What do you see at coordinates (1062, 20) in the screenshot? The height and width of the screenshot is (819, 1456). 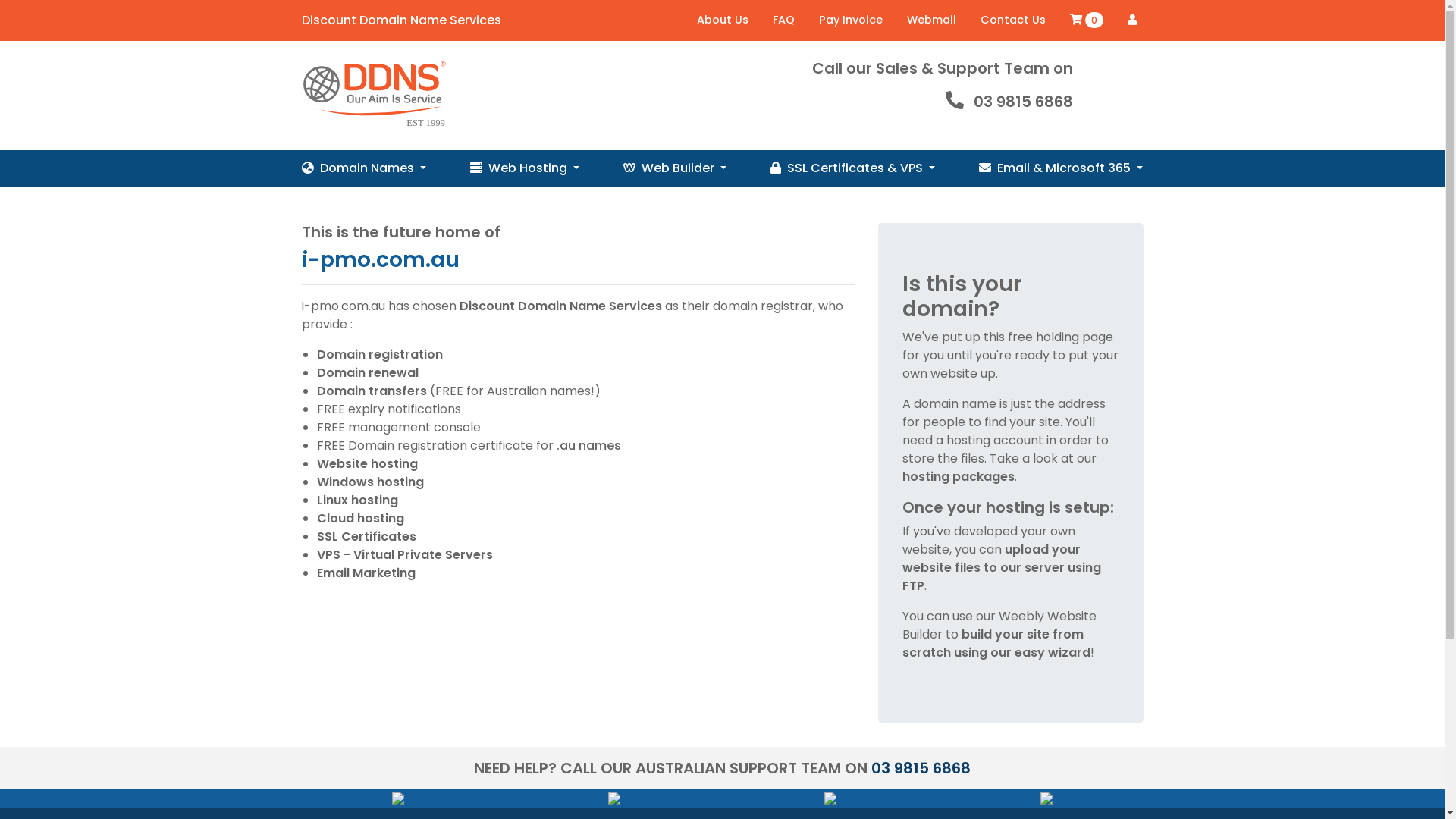 I see `'0'` at bounding box center [1062, 20].